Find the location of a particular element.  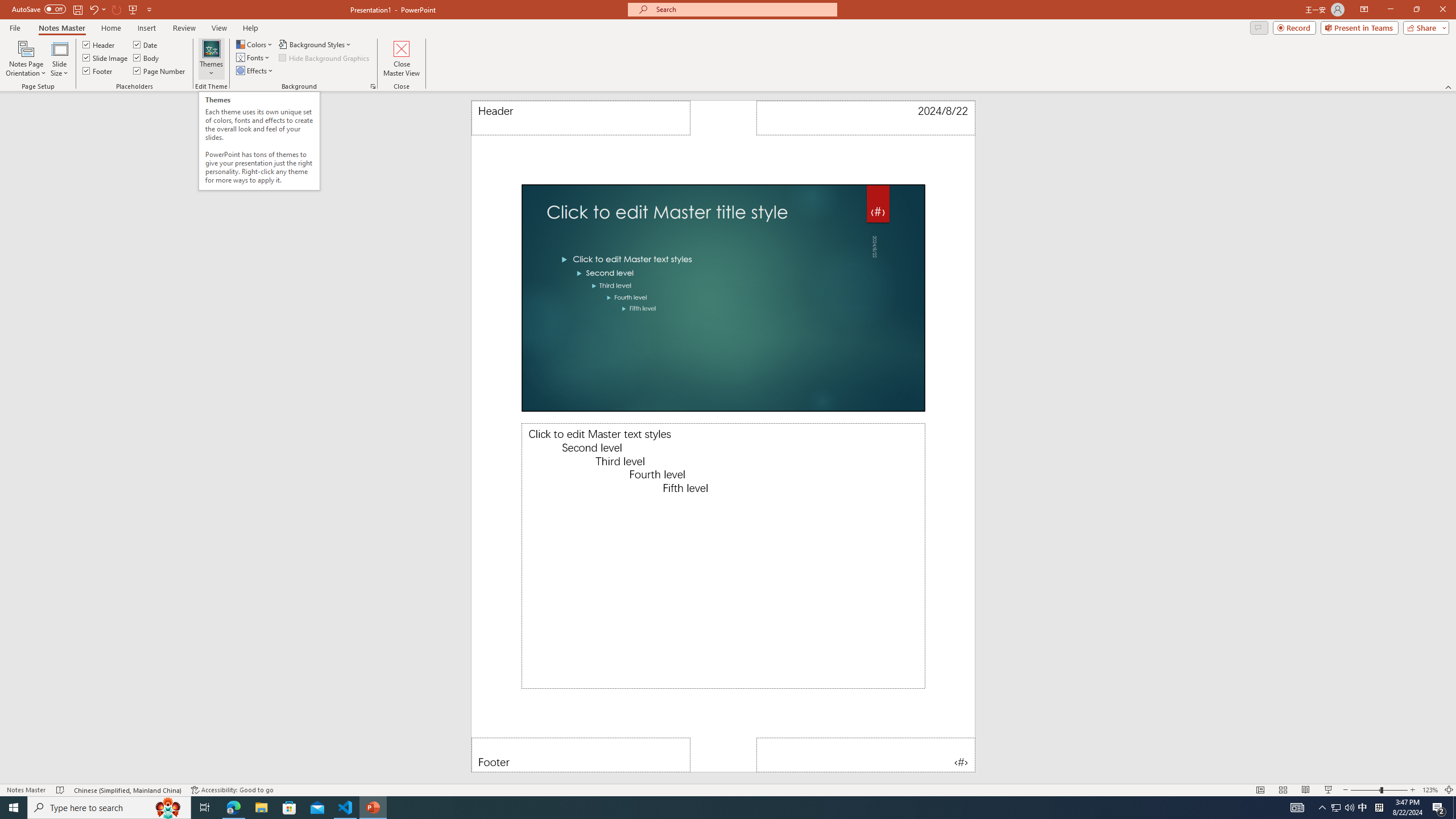

'Slide Size' is located at coordinates (59, 59).